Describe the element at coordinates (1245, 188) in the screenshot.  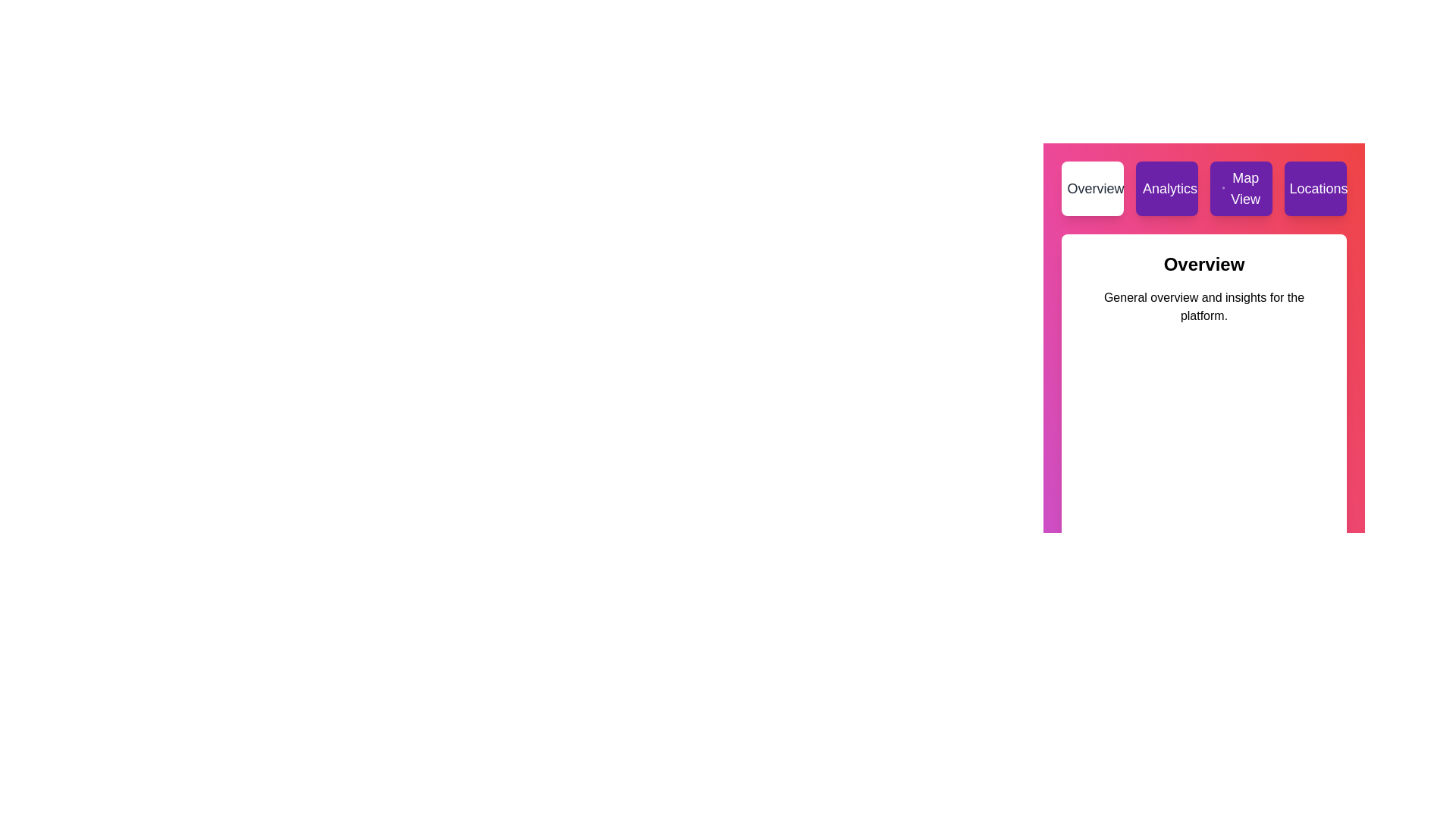
I see `text content of the 'Map View' label, which is part of a horizontally aligned menu with a purple background and rounded corners` at that location.